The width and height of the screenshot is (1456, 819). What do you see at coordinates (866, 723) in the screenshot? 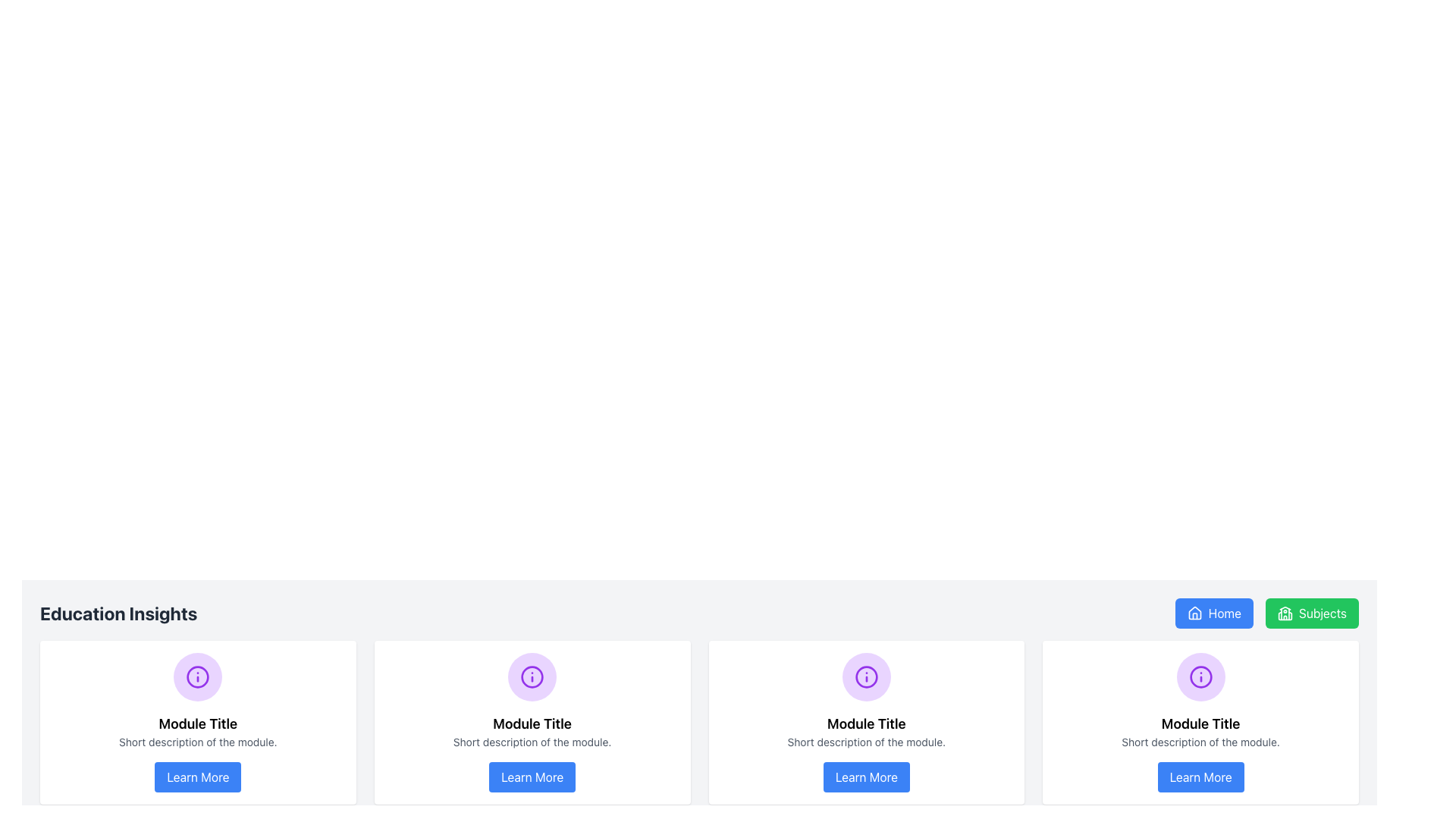
I see `the title text located in the second card from the left, positioned beneath a purple circular icon and above descriptive text and a button` at bounding box center [866, 723].